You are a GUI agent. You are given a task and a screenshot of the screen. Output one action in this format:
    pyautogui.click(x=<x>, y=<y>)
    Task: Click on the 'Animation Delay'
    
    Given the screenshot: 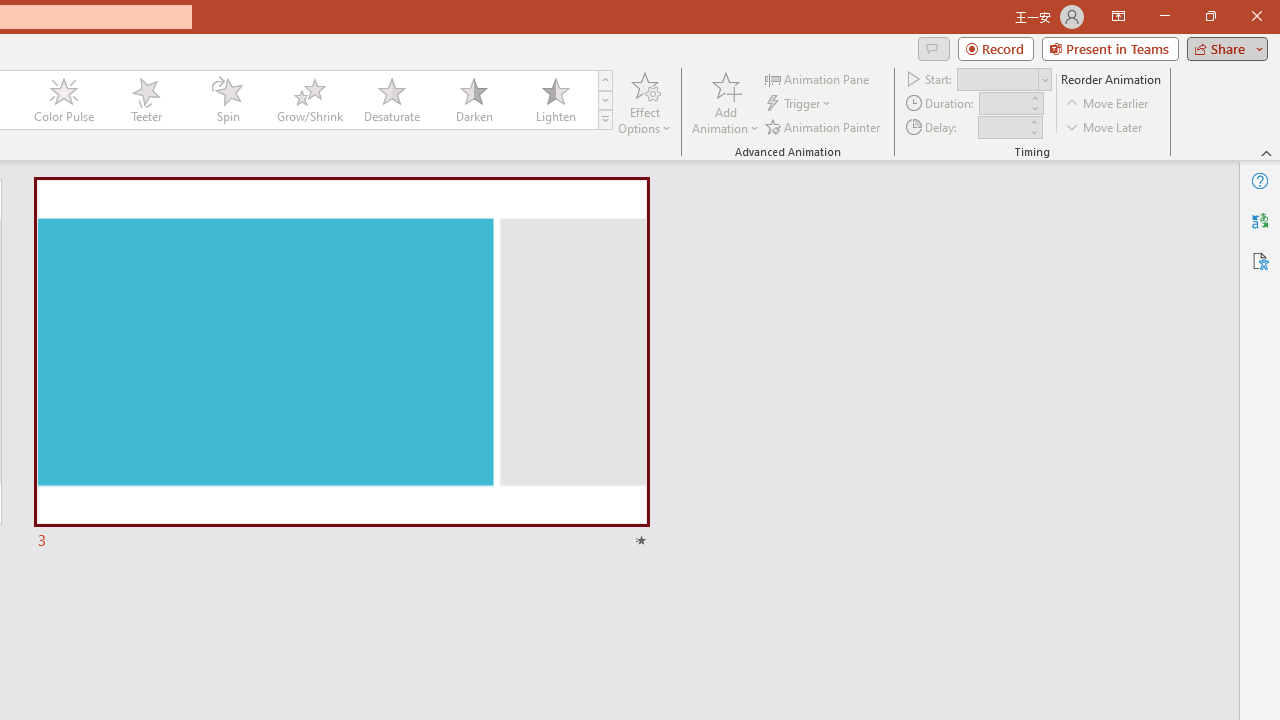 What is the action you would take?
    pyautogui.click(x=1002, y=127)
    